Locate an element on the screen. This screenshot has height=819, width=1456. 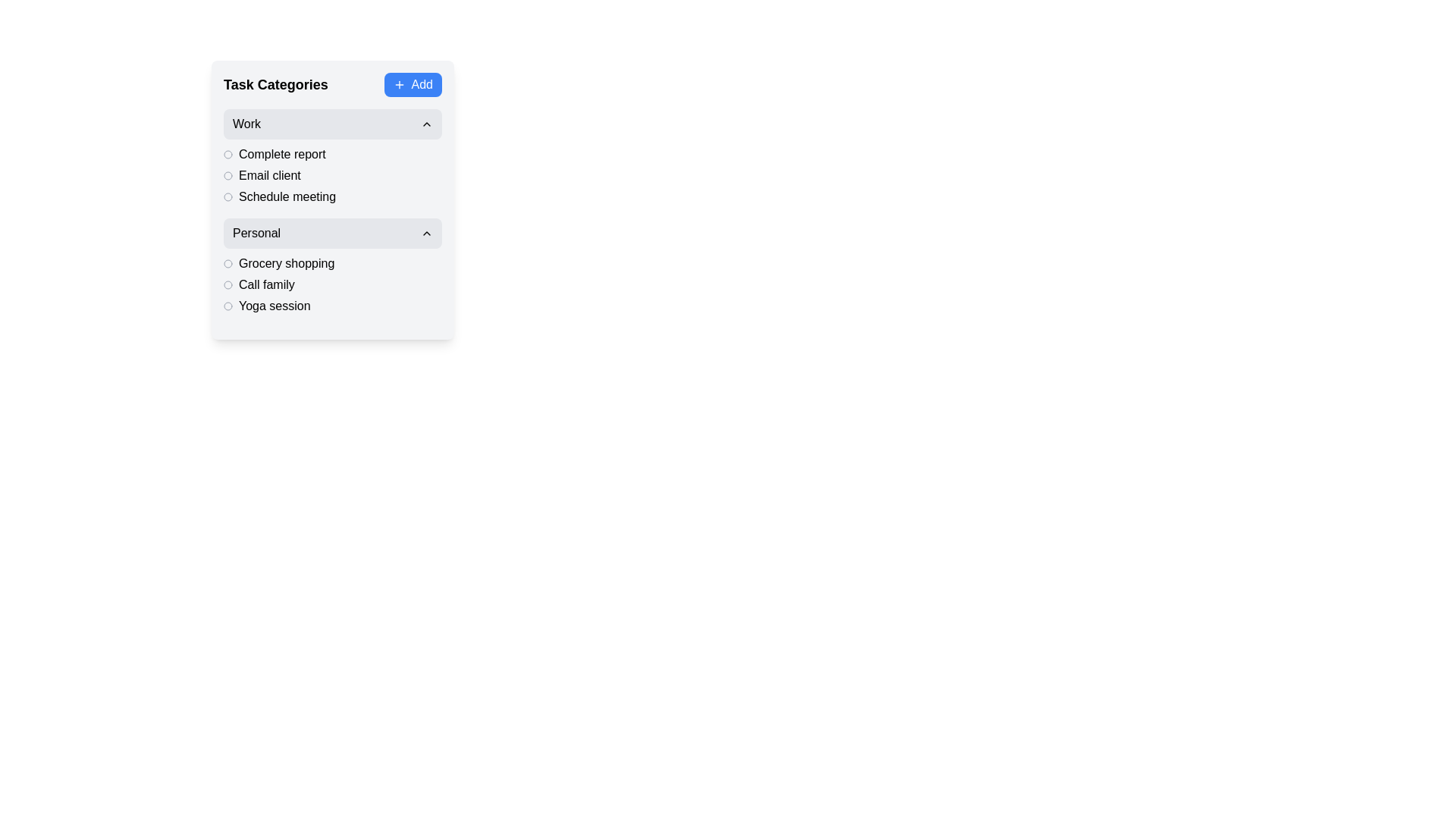
the circular selection marker (radio button style) next to the 'Yoga session' task under the 'Personal' category is located at coordinates (227, 306).